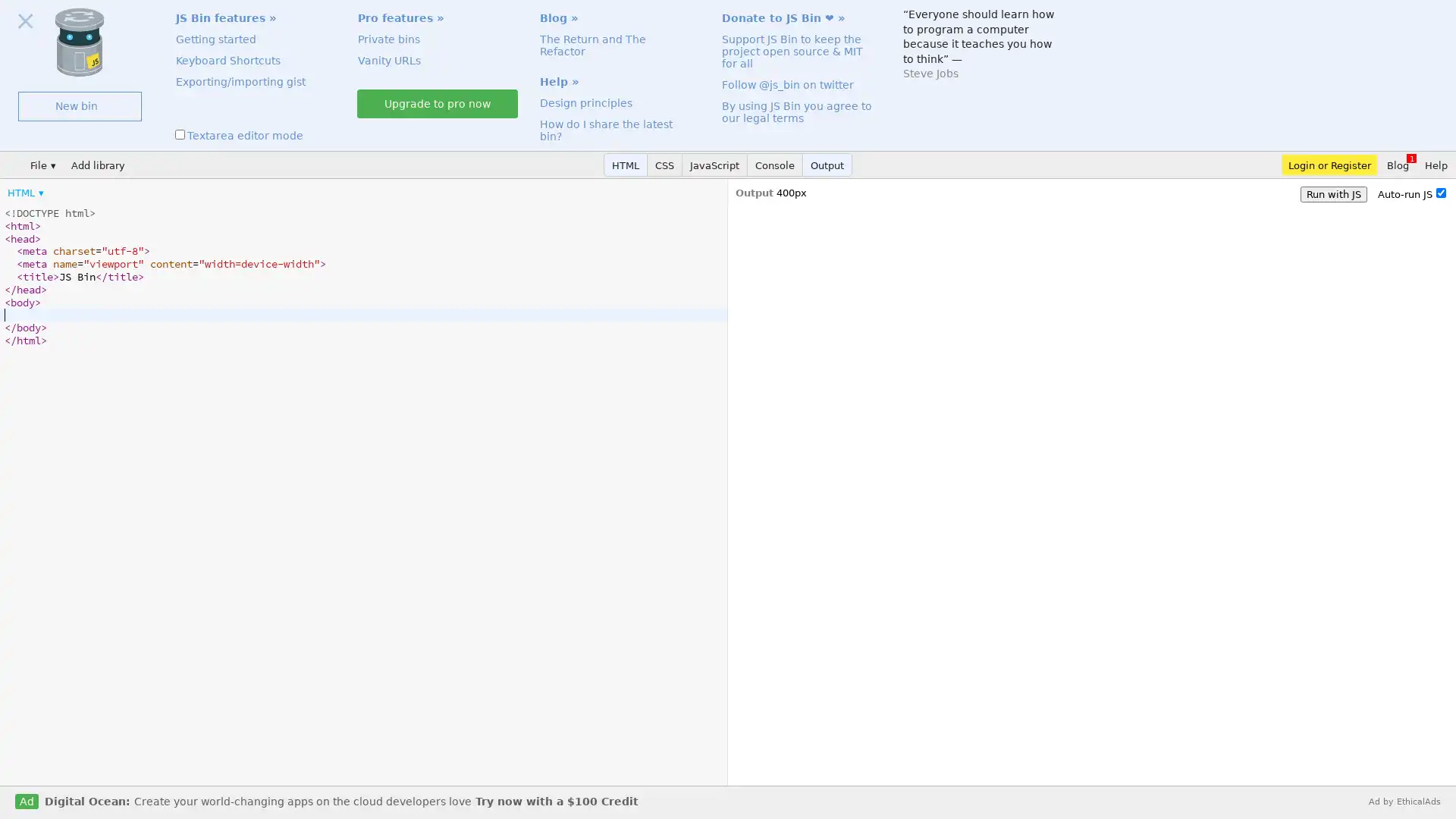 The image size is (1456, 819). What do you see at coordinates (1332, 193) in the screenshot?
I see `Run with JS` at bounding box center [1332, 193].